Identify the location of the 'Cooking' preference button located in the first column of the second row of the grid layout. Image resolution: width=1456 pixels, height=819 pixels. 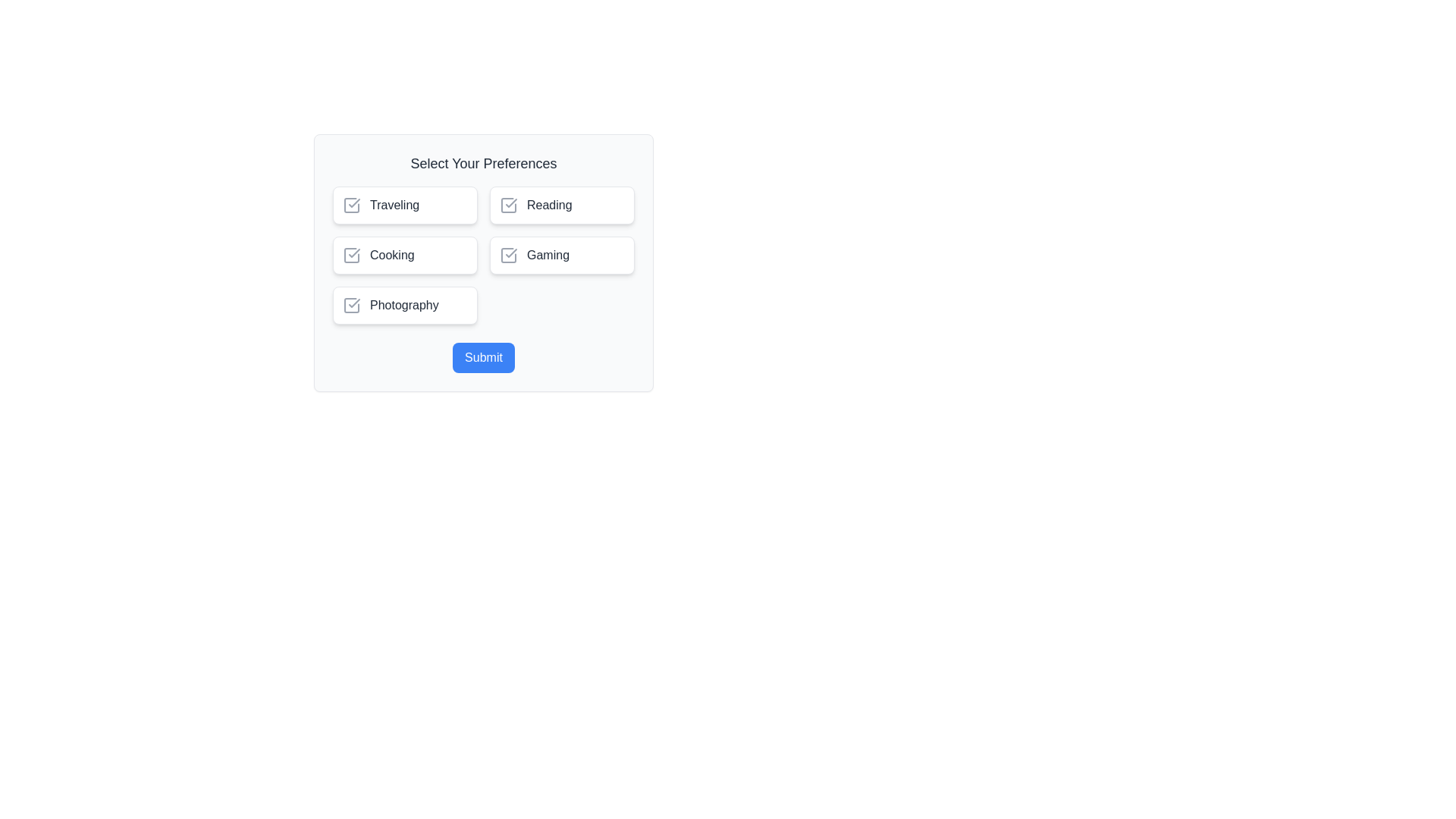
(405, 254).